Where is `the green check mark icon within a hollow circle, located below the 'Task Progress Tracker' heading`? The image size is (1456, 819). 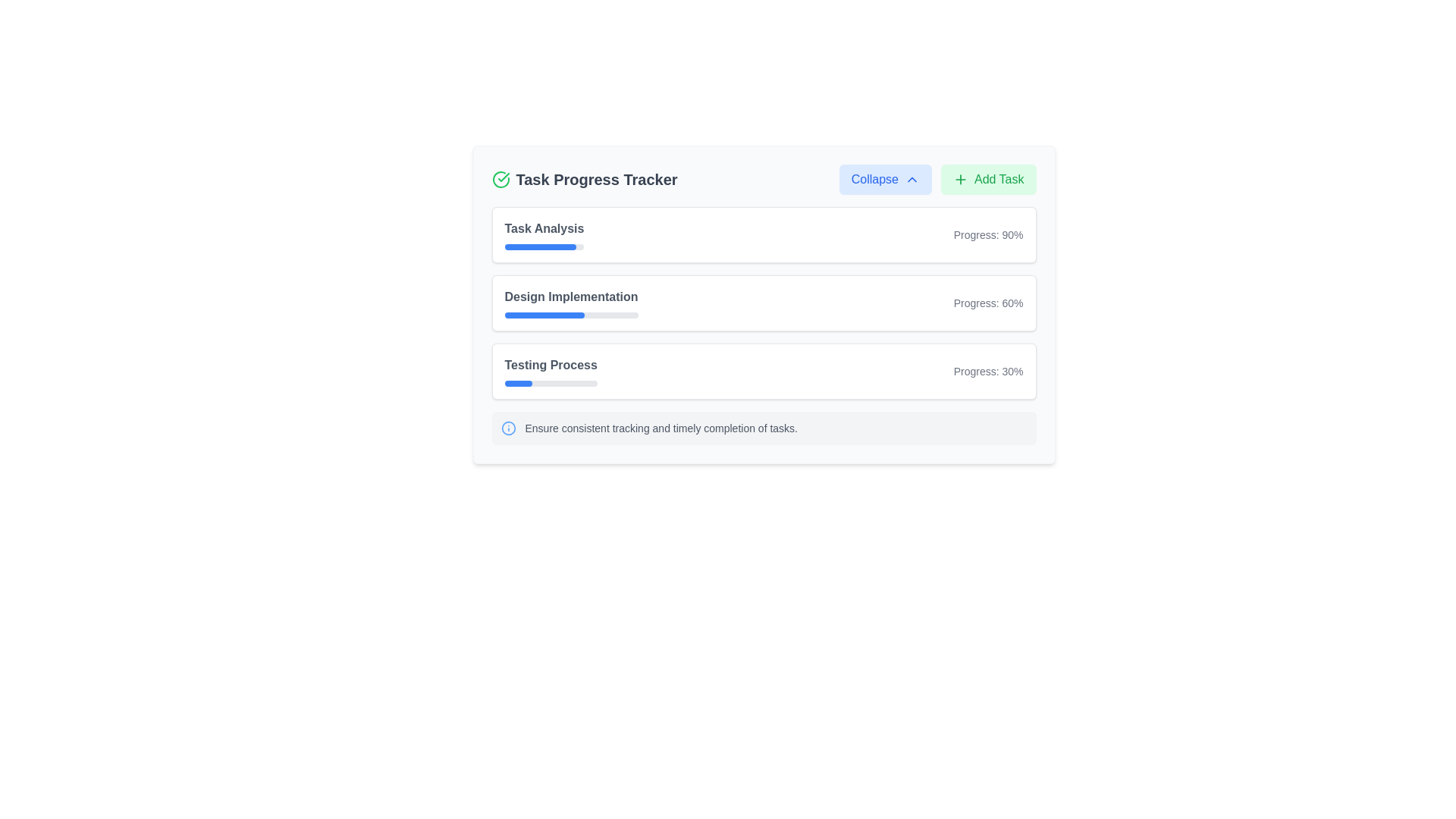 the green check mark icon within a hollow circle, located below the 'Task Progress Tracker' heading is located at coordinates (503, 177).